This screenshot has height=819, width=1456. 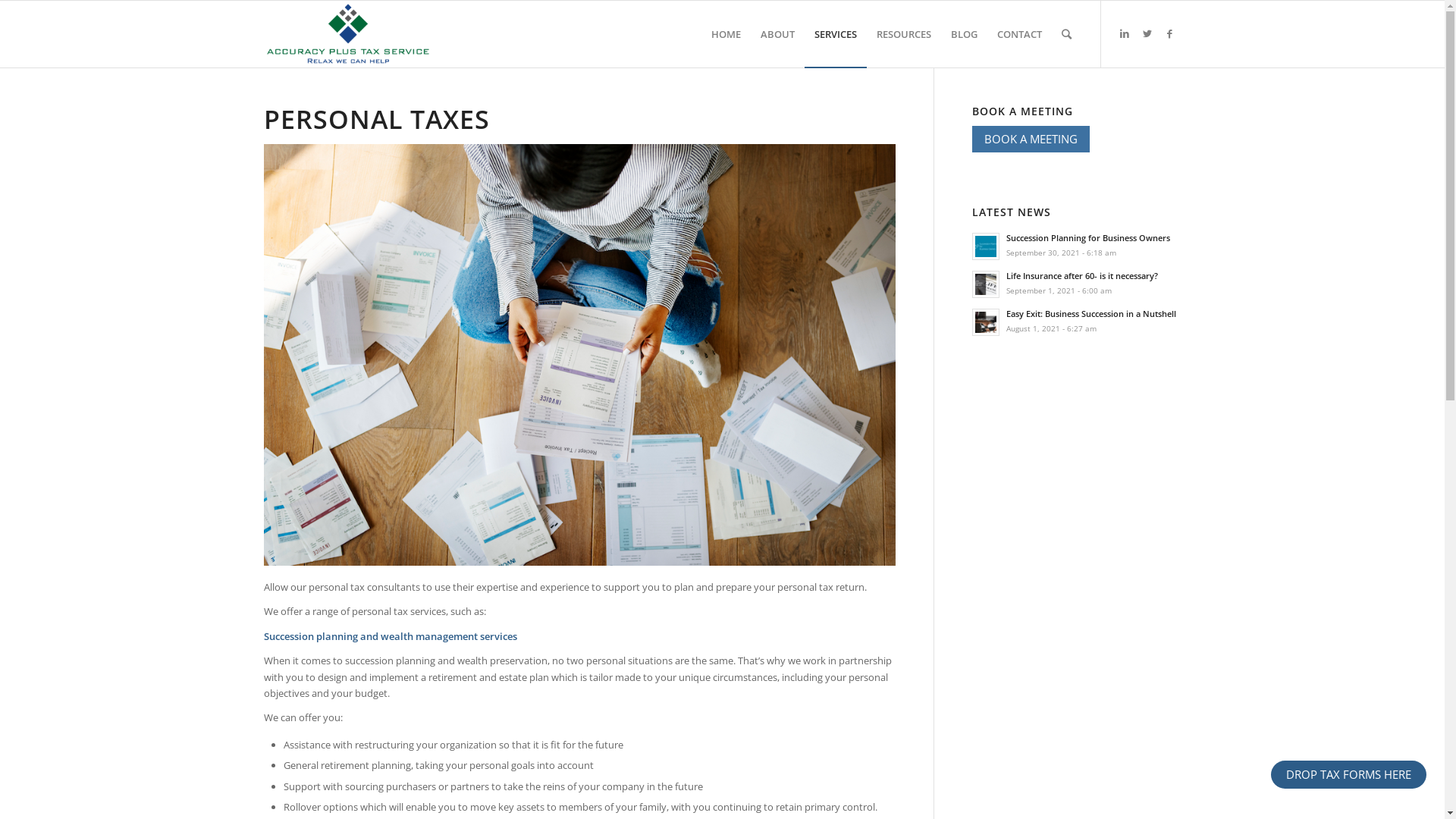 What do you see at coordinates (902, 34) in the screenshot?
I see `'RESOURCES'` at bounding box center [902, 34].